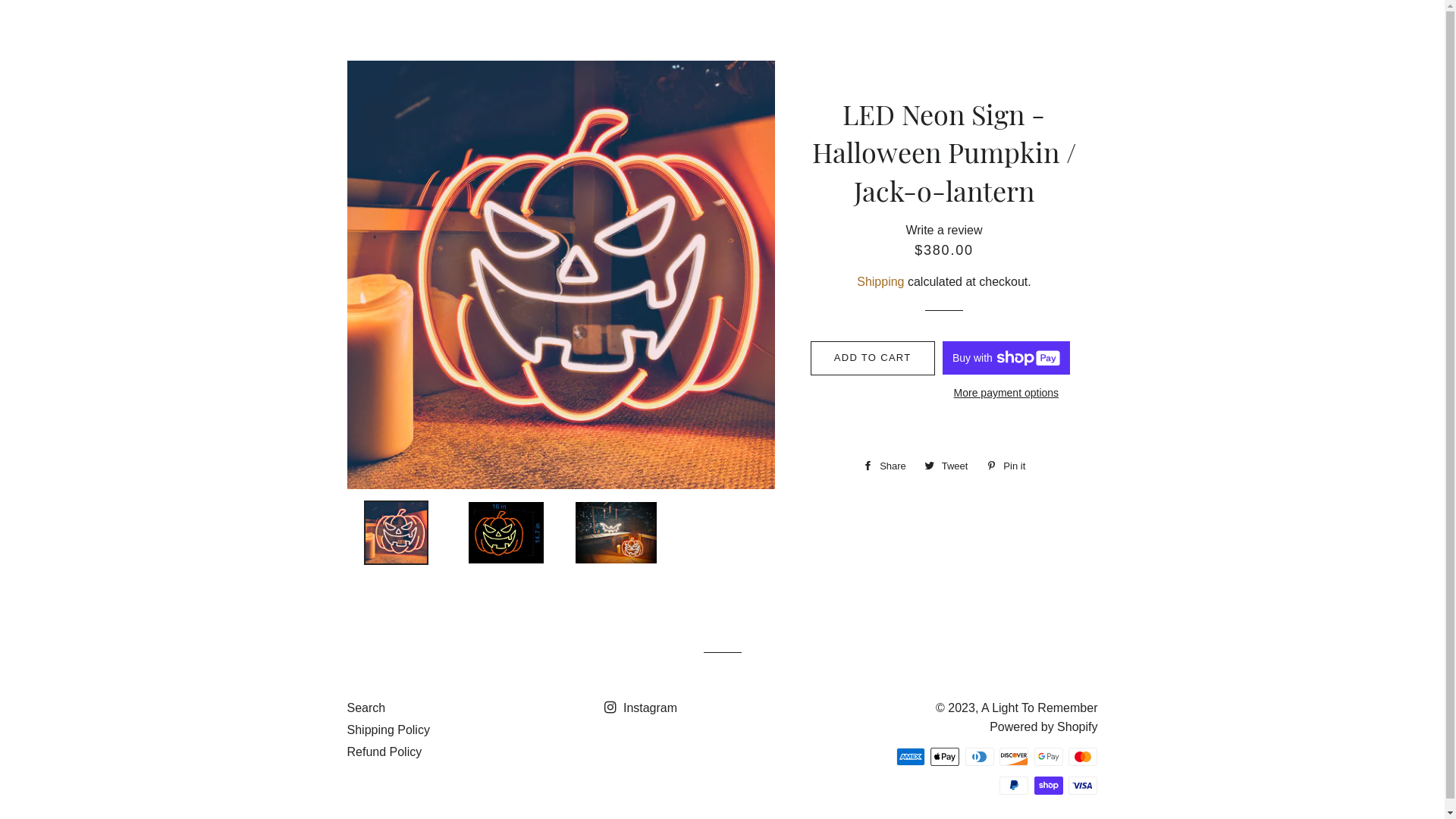 This screenshot has height=819, width=1456. What do you see at coordinates (366, 708) in the screenshot?
I see `'Search'` at bounding box center [366, 708].